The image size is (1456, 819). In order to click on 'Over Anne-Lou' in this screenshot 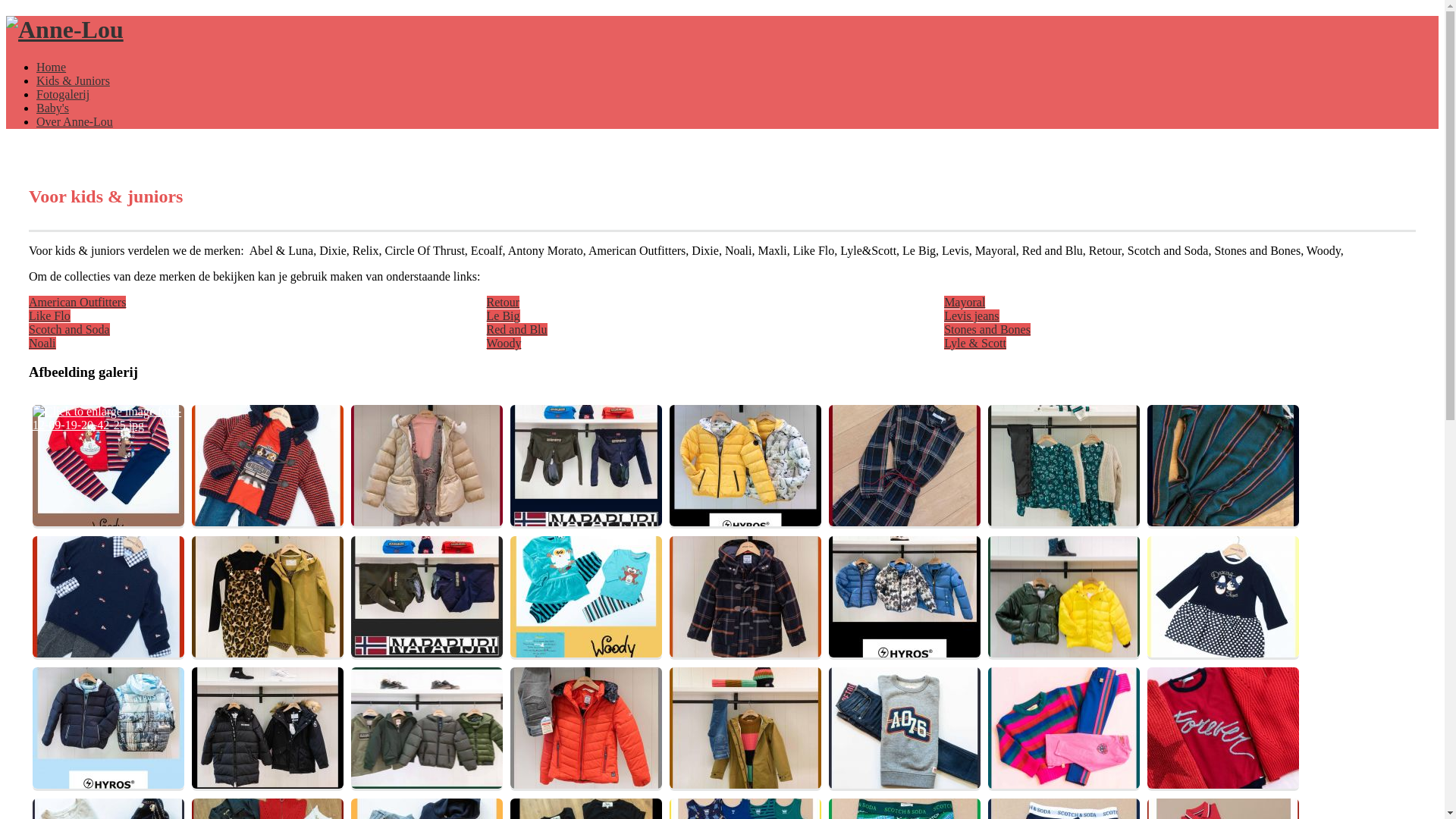, I will do `click(36, 121)`.